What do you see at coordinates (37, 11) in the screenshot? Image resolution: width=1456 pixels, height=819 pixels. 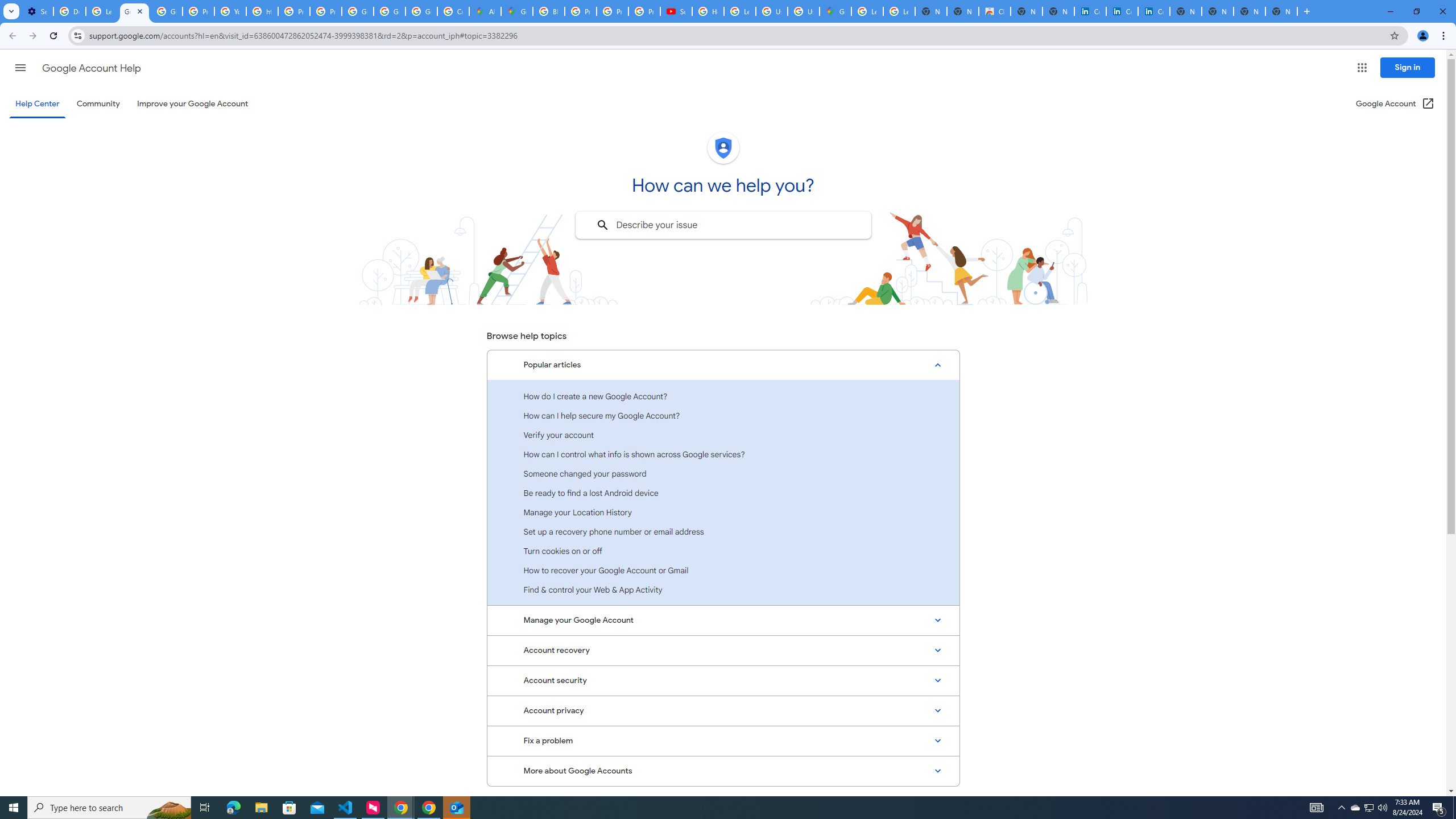 I see `'Settings - Customize profile'` at bounding box center [37, 11].